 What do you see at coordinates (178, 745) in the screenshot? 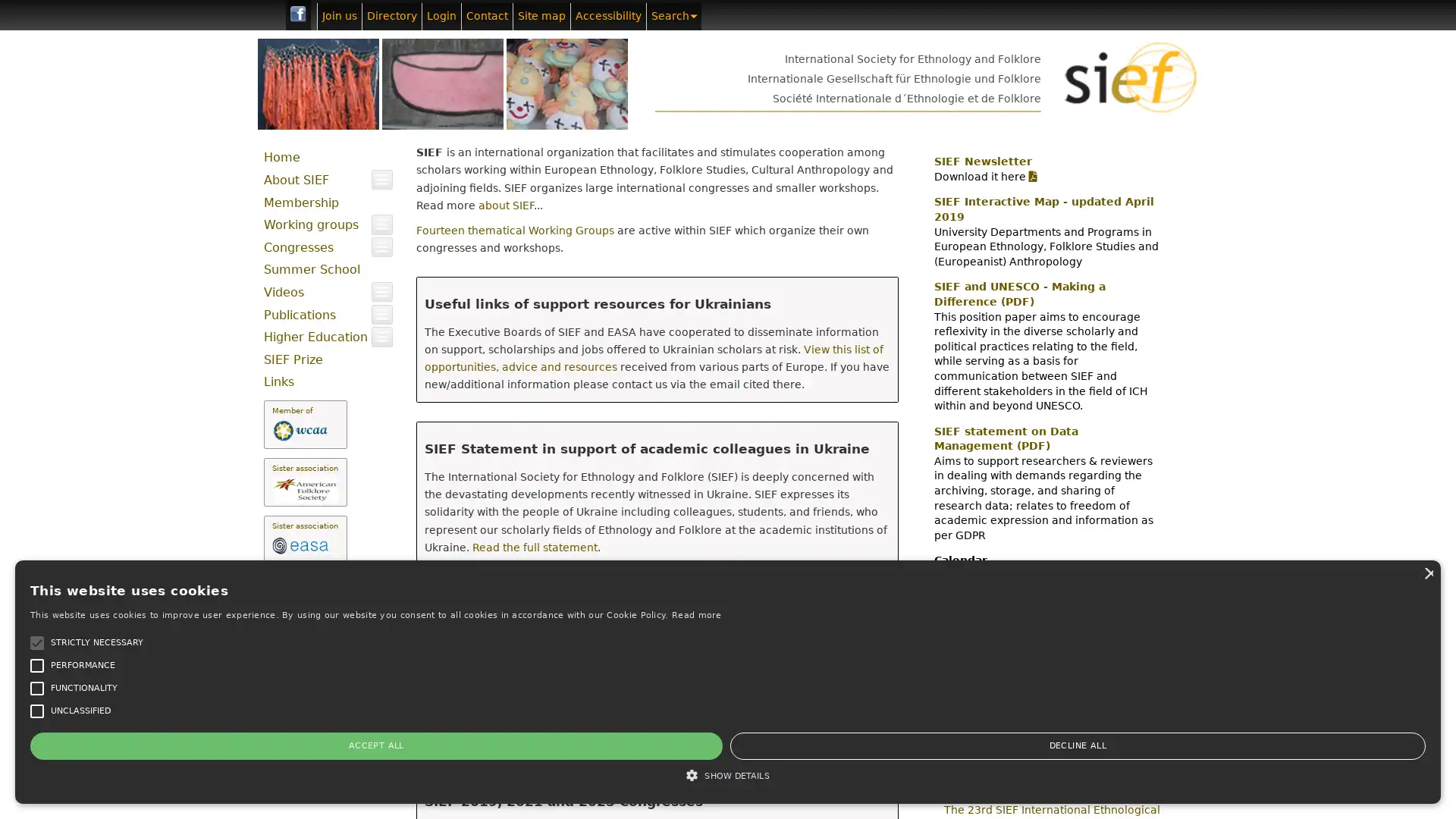
I see `DECLINE ALL` at bounding box center [178, 745].